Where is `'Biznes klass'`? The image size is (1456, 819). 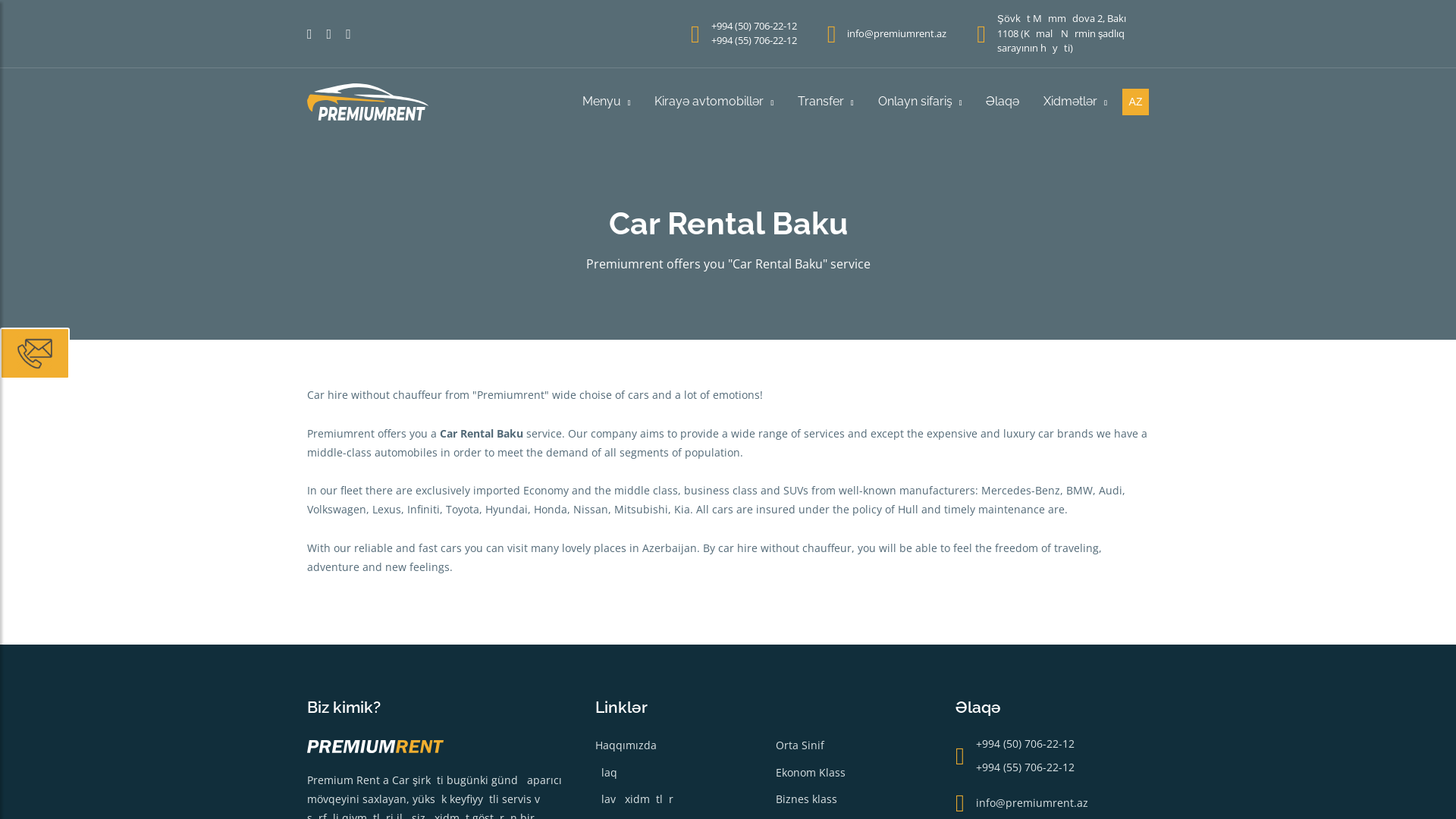
'Biznes klass' is located at coordinates (805, 798).